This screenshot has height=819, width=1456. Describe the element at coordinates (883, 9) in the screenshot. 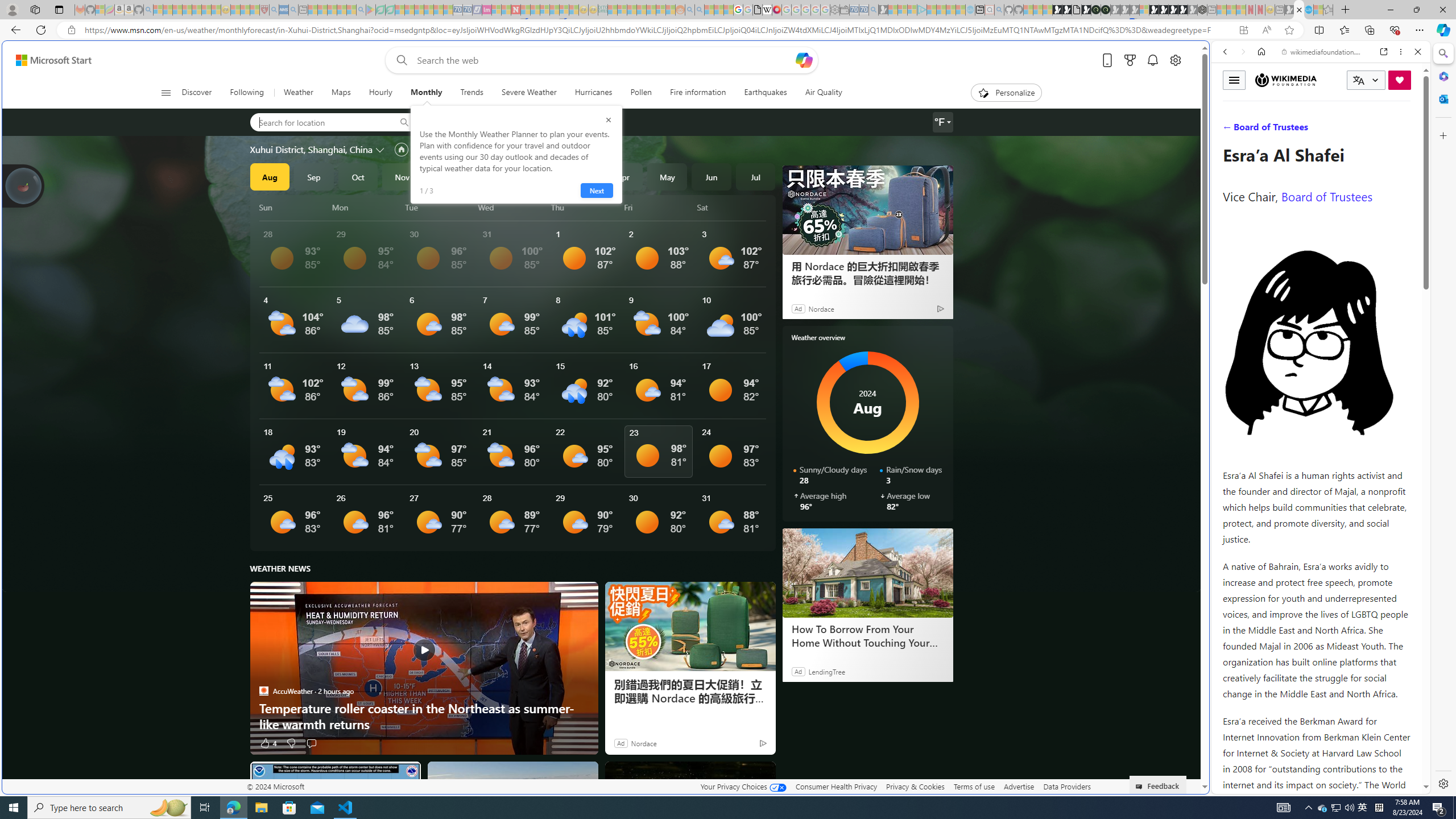

I see `'Microsoft Start Gaming - Sleeping'` at that location.